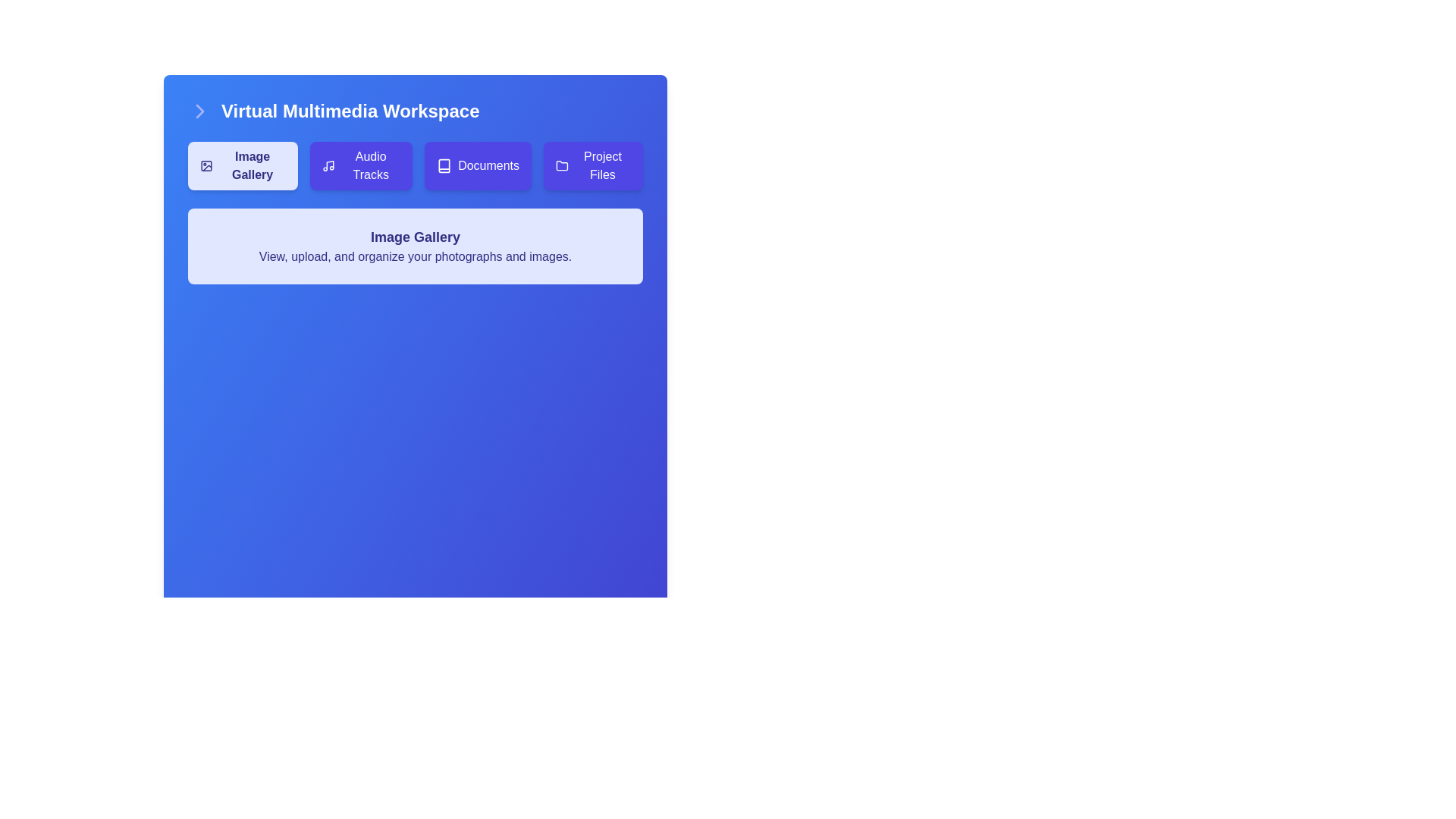 The image size is (1456, 819). I want to click on the rectangular shape with rounded edges located in the top-left corner of the 'Image Gallery' button, which is part of an SVG icon next to the 'Image Gallery' text label, so click(206, 166).